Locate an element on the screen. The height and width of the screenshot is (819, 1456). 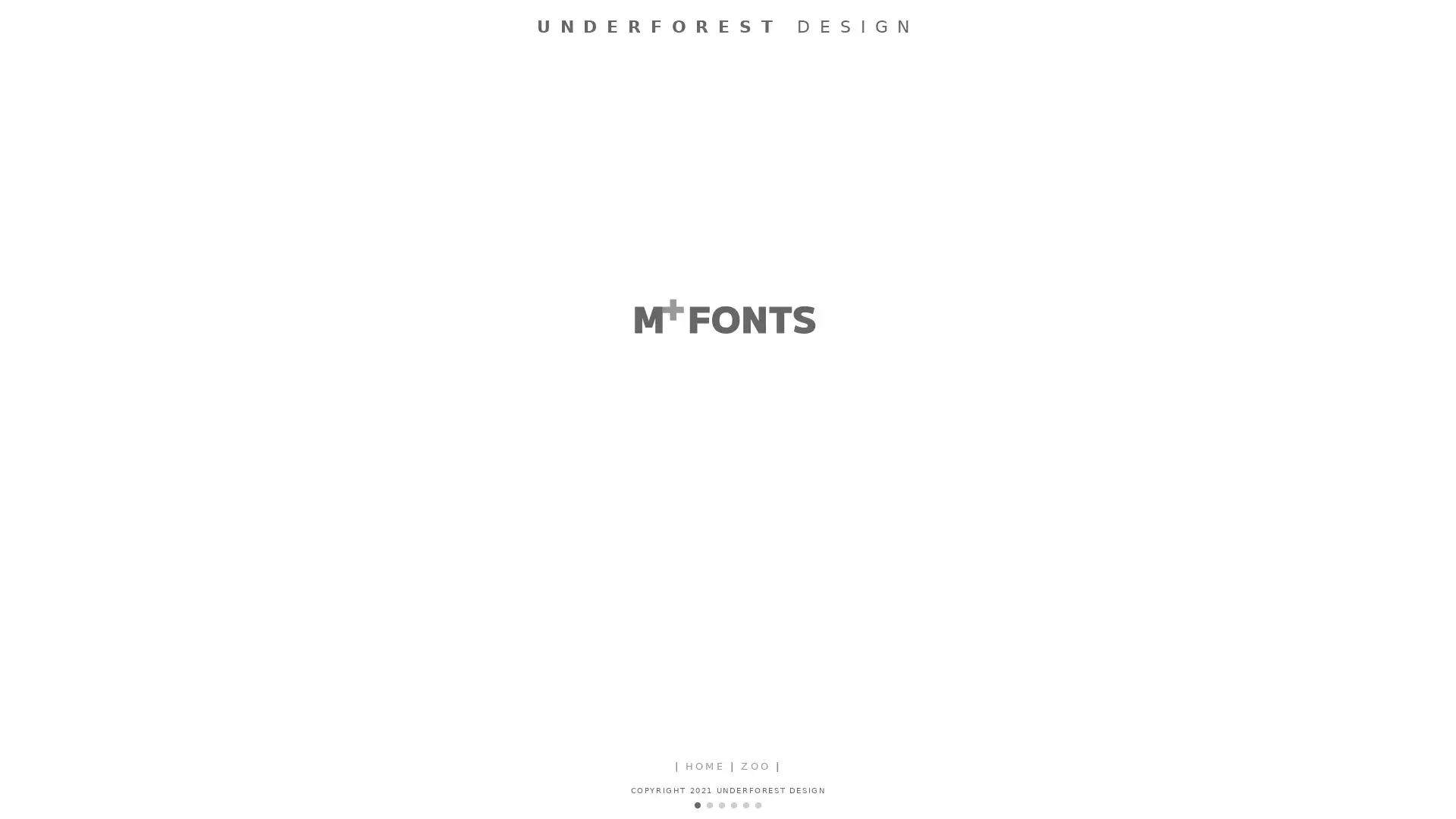
Go to slide 1 is located at coordinates (697, 804).